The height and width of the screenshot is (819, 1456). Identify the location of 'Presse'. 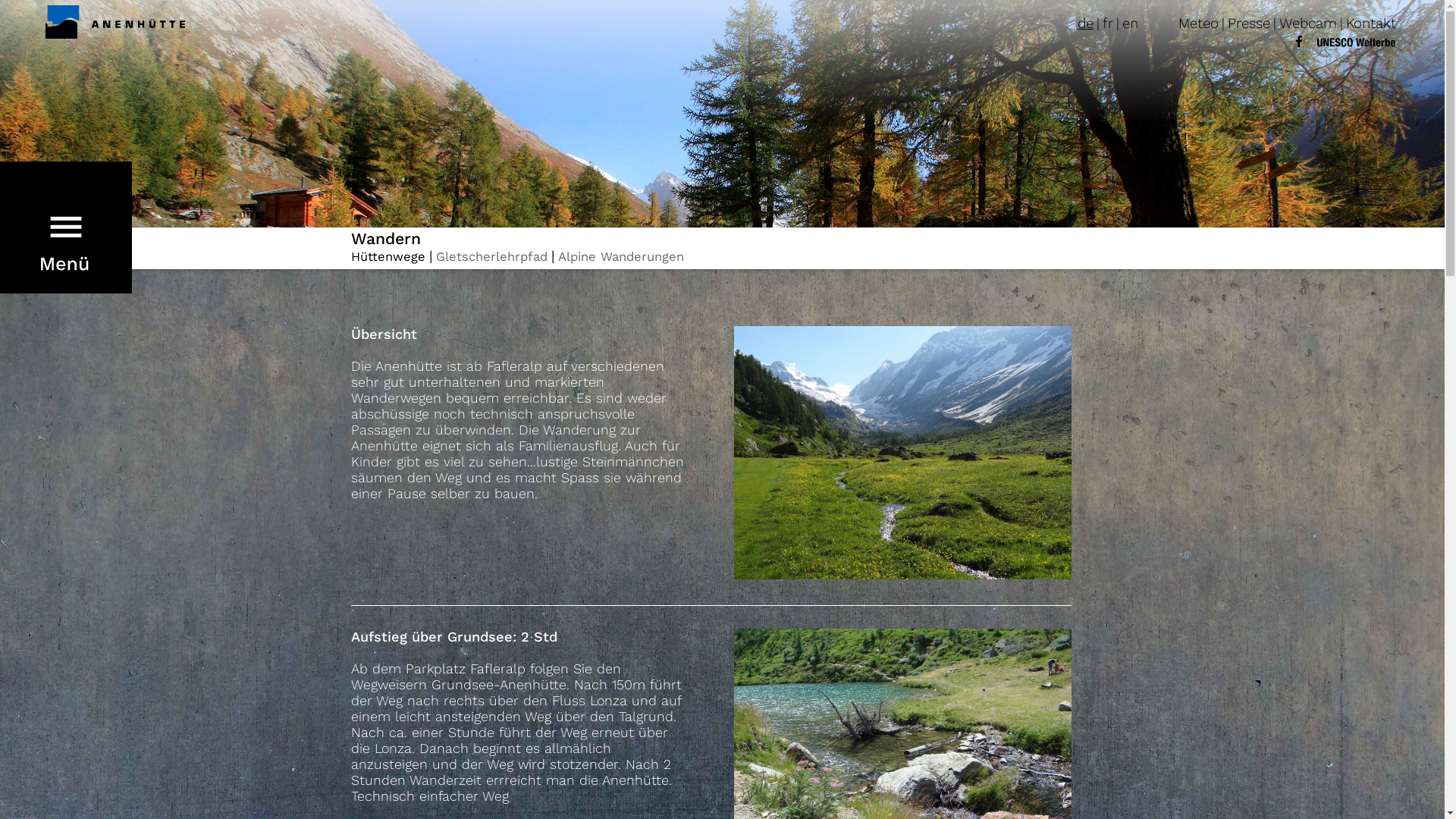
(1248, 23).